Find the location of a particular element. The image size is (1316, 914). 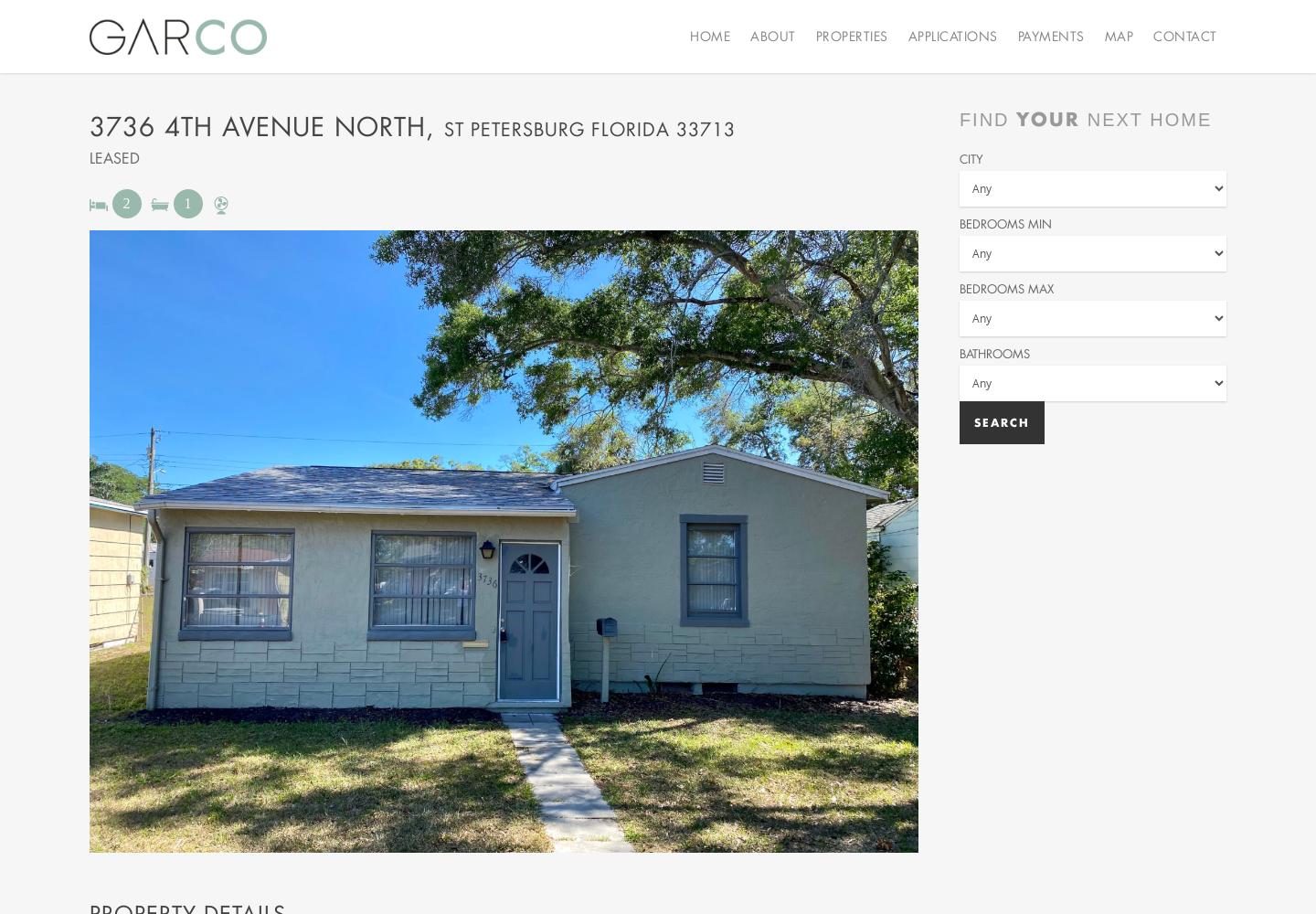

'Bedrooms Max' is located at coordinates (1004, 287).